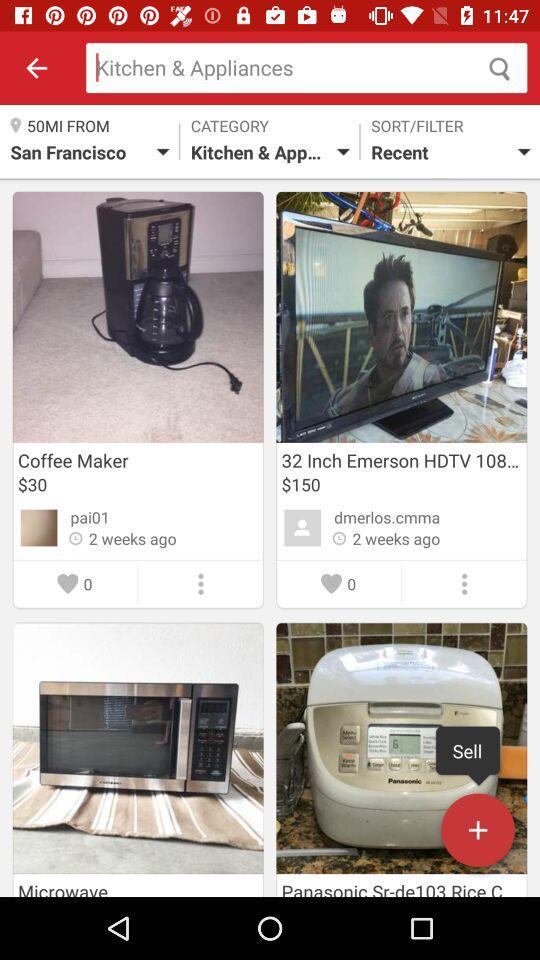  Describe the element at coordinates (401, 317) in the screenshot. I see `image right to coffee maker` at that location.